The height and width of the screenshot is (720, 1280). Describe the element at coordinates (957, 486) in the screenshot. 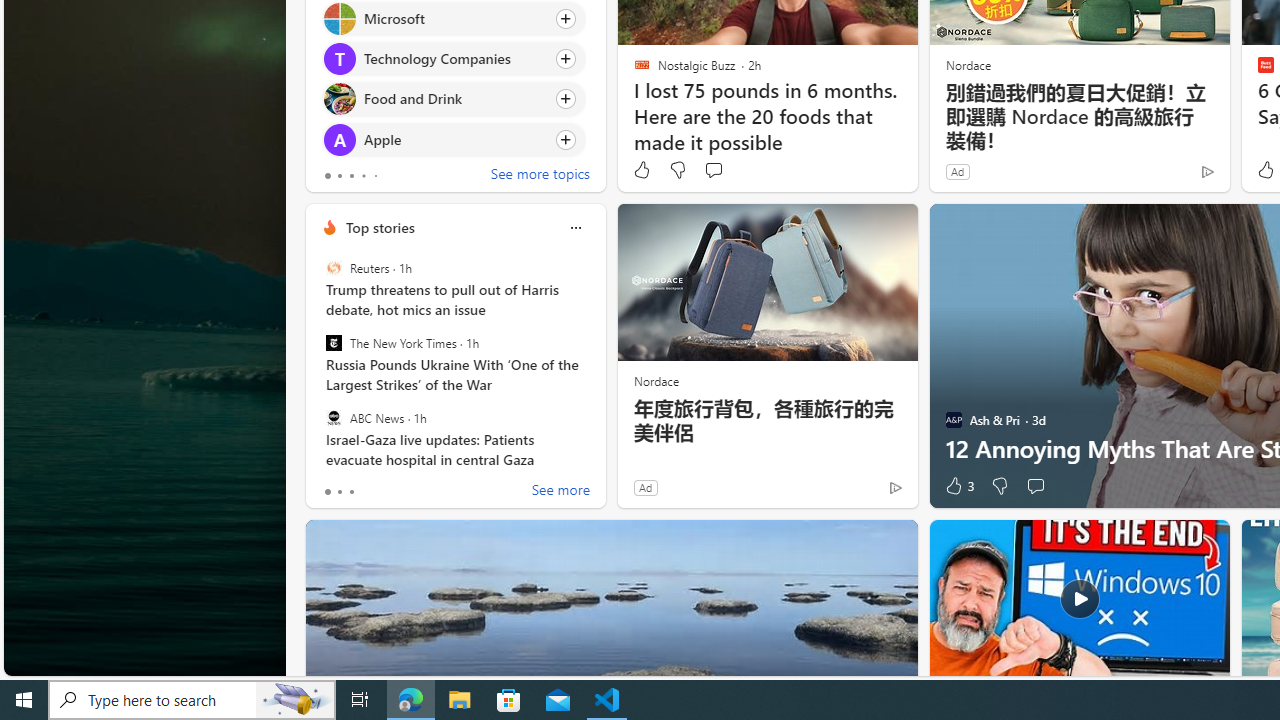

I see `'3 Like'` at that location.